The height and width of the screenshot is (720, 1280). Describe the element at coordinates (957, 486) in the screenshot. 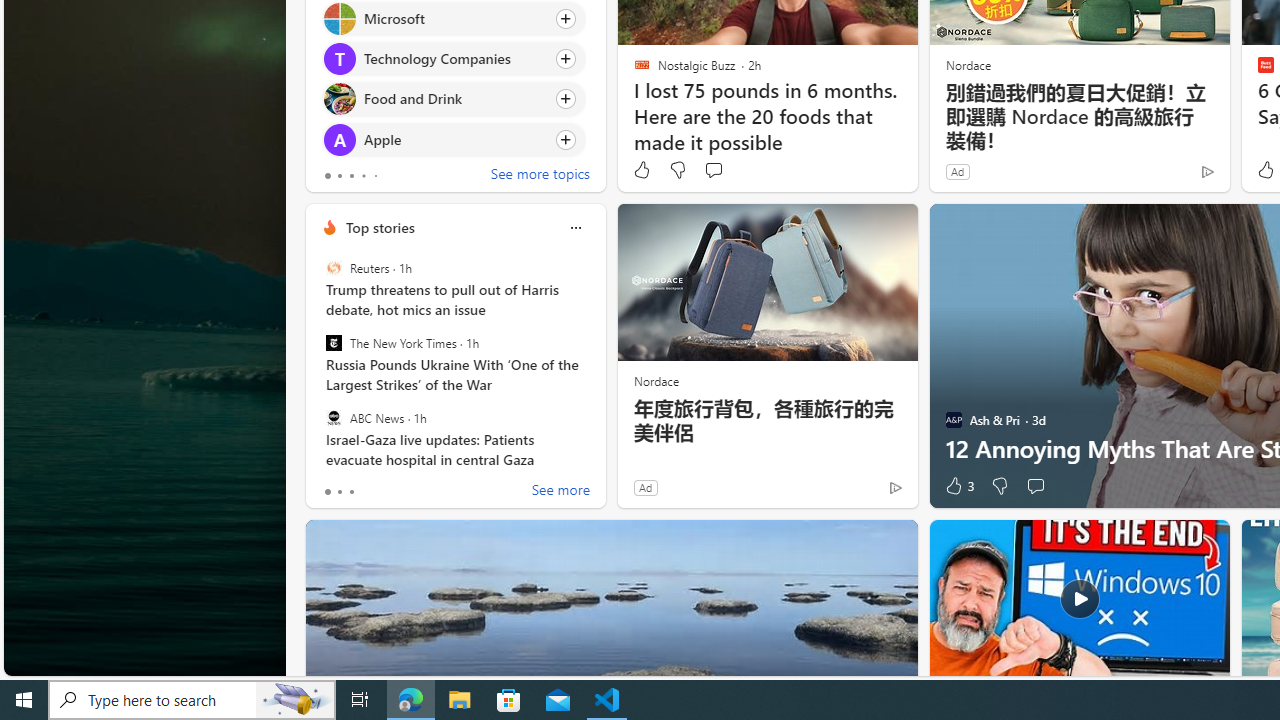

I see `'3 Like'` at that location.